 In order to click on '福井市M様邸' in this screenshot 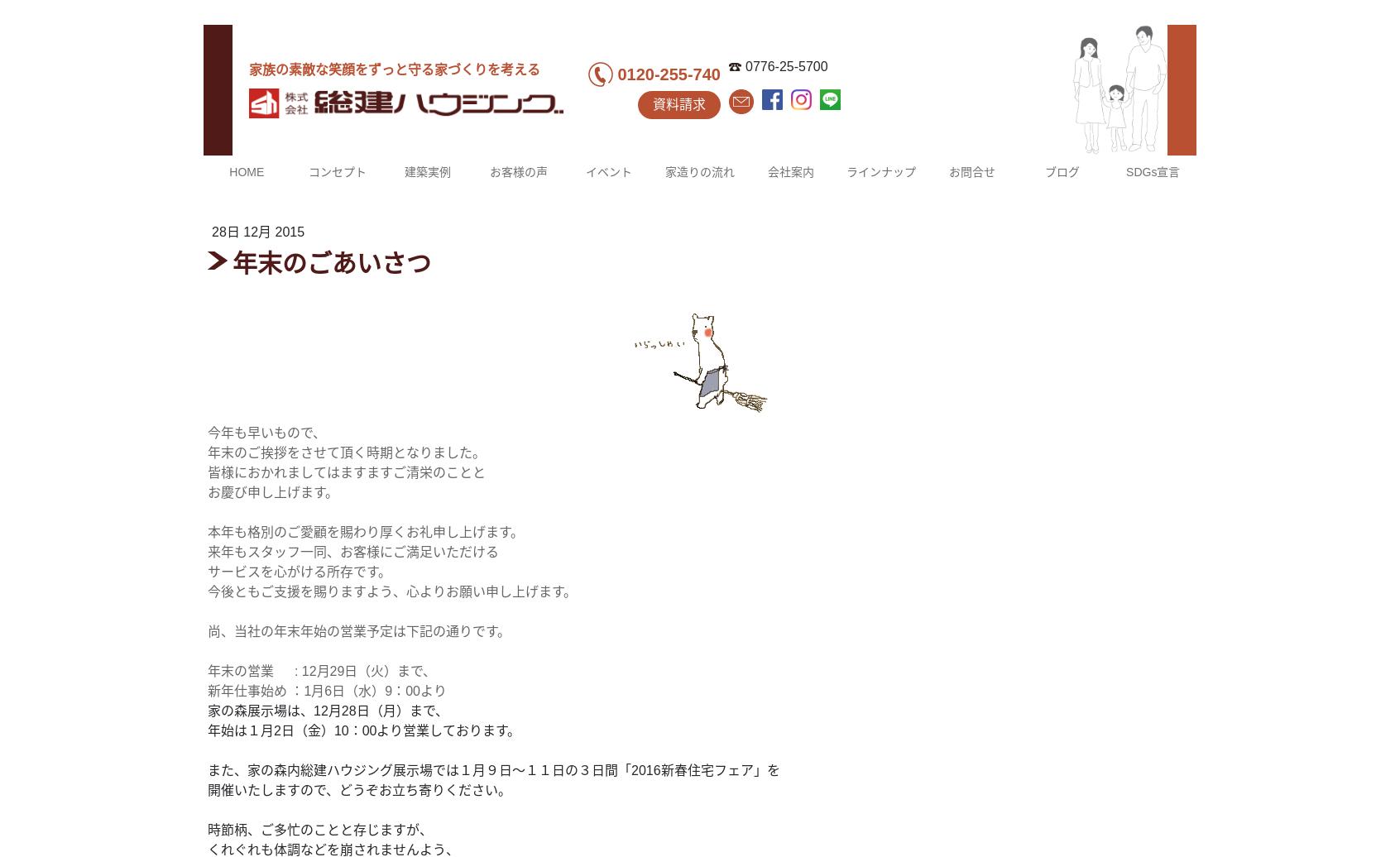, I will do `click(426, 330)`.